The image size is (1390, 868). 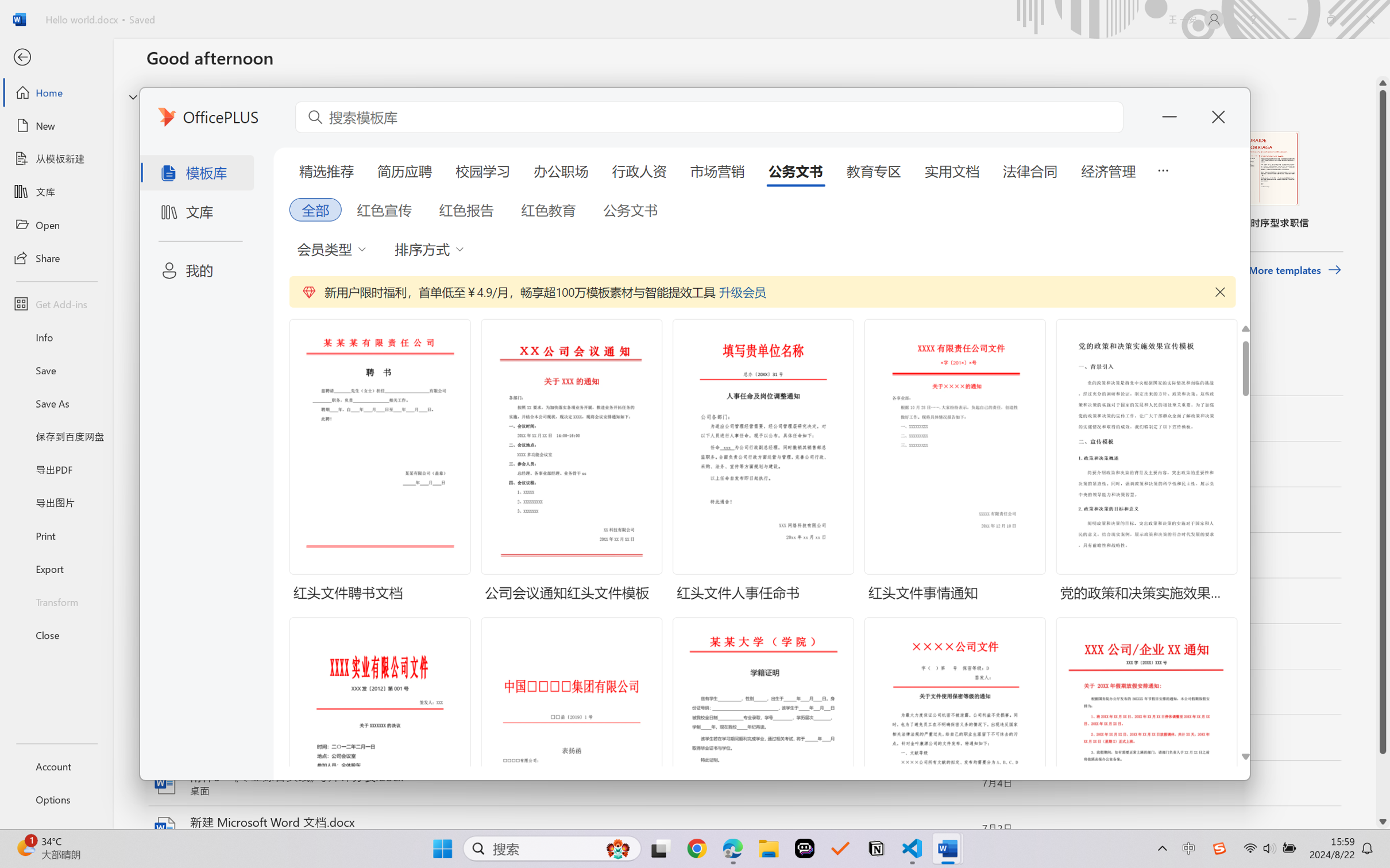 What do you see at coordinates (1331, 19) in the screenshot?
I see `'Restore Down'` at bounding box center [1331, 19].